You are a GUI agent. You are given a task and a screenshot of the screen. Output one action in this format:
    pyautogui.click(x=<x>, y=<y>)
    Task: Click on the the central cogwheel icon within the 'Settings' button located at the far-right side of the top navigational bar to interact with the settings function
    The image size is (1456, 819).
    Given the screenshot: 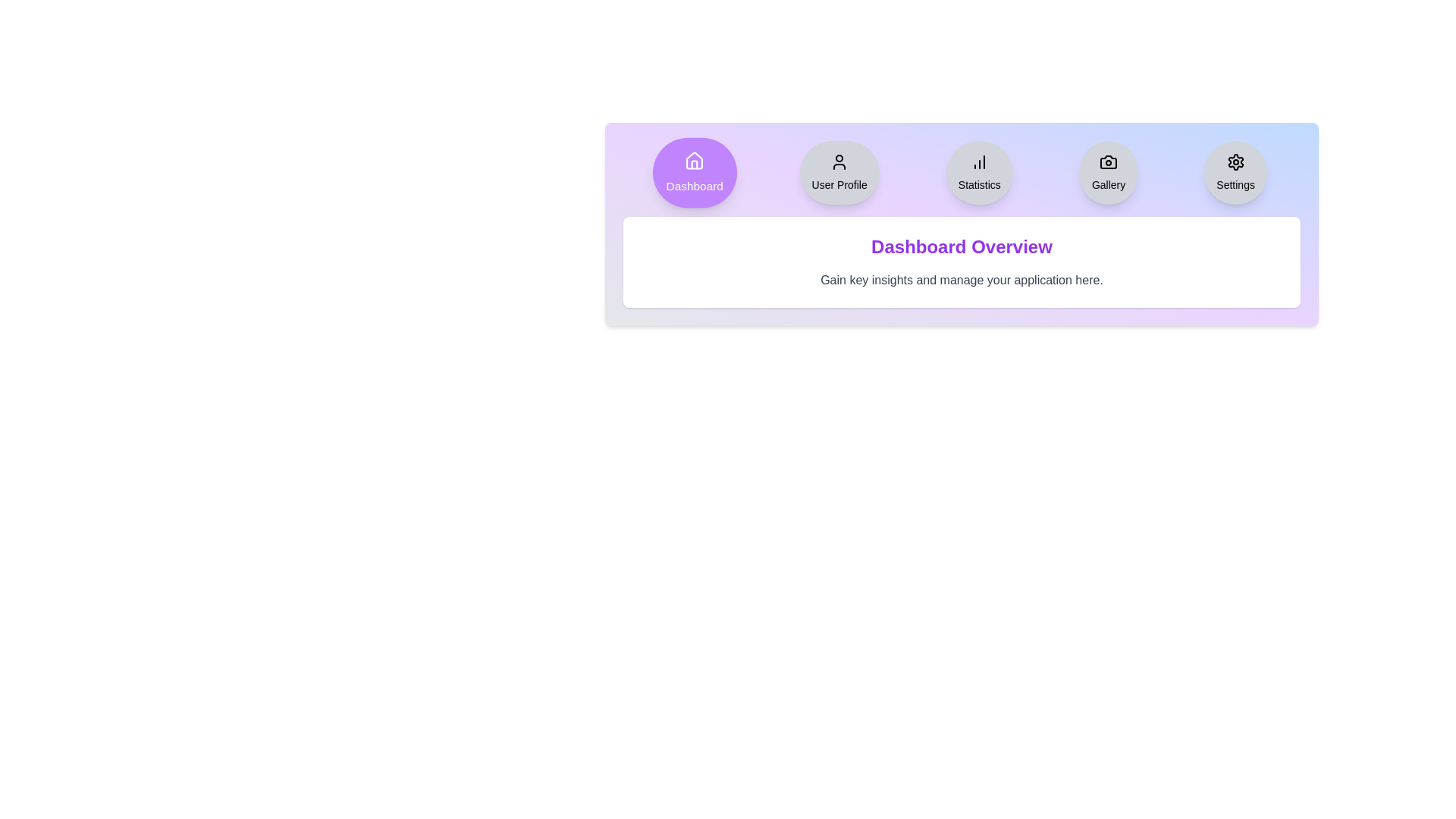 What is the action you would take?
    pyautogui.click(x=1235, y=162)
    